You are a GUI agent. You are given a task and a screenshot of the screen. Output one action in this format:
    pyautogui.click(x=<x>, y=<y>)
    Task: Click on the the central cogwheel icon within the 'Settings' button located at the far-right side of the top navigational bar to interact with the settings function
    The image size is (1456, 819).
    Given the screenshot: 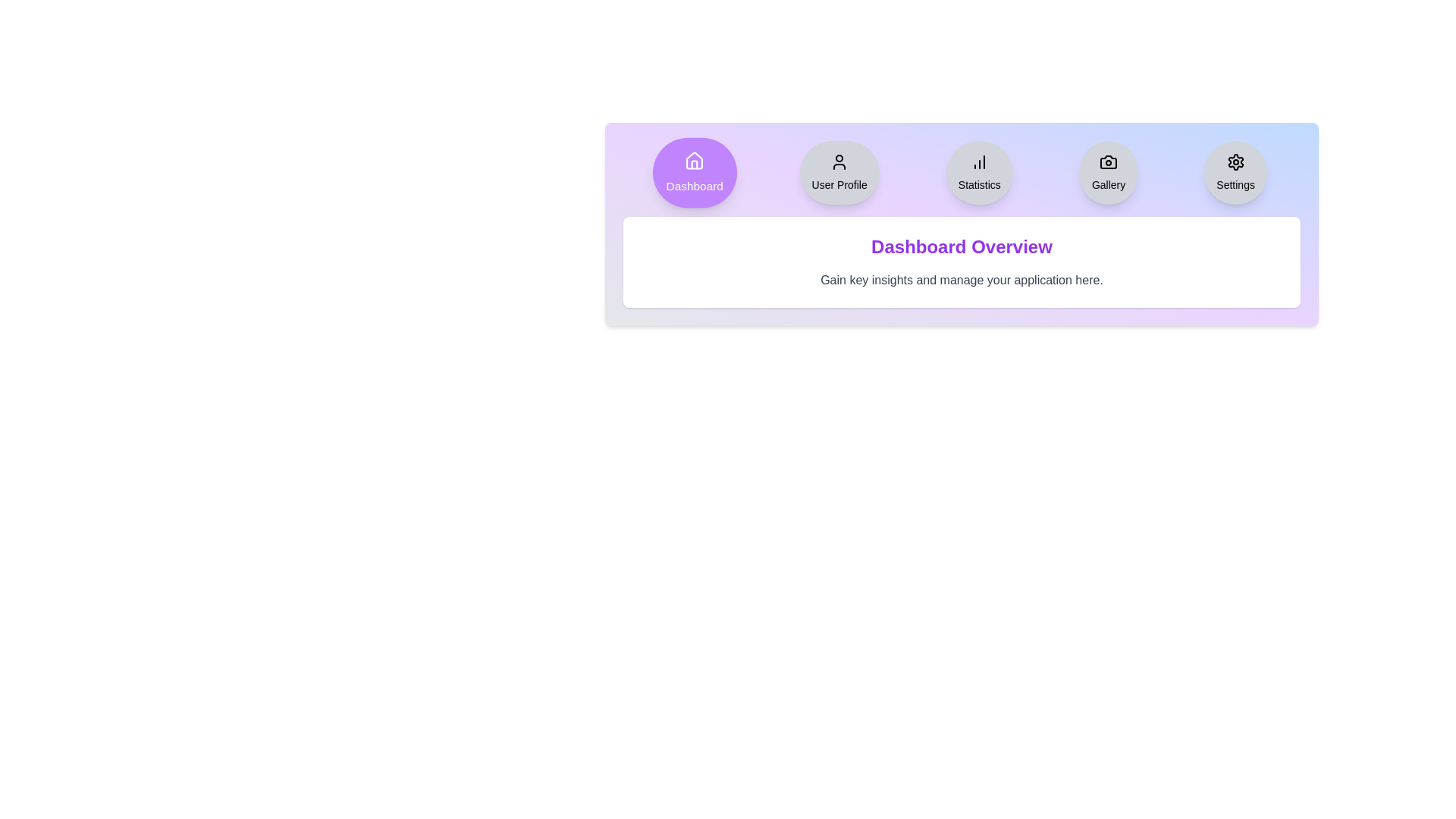 What is the action you would take?
    pyautogui.click(x=1235, y=162)
    